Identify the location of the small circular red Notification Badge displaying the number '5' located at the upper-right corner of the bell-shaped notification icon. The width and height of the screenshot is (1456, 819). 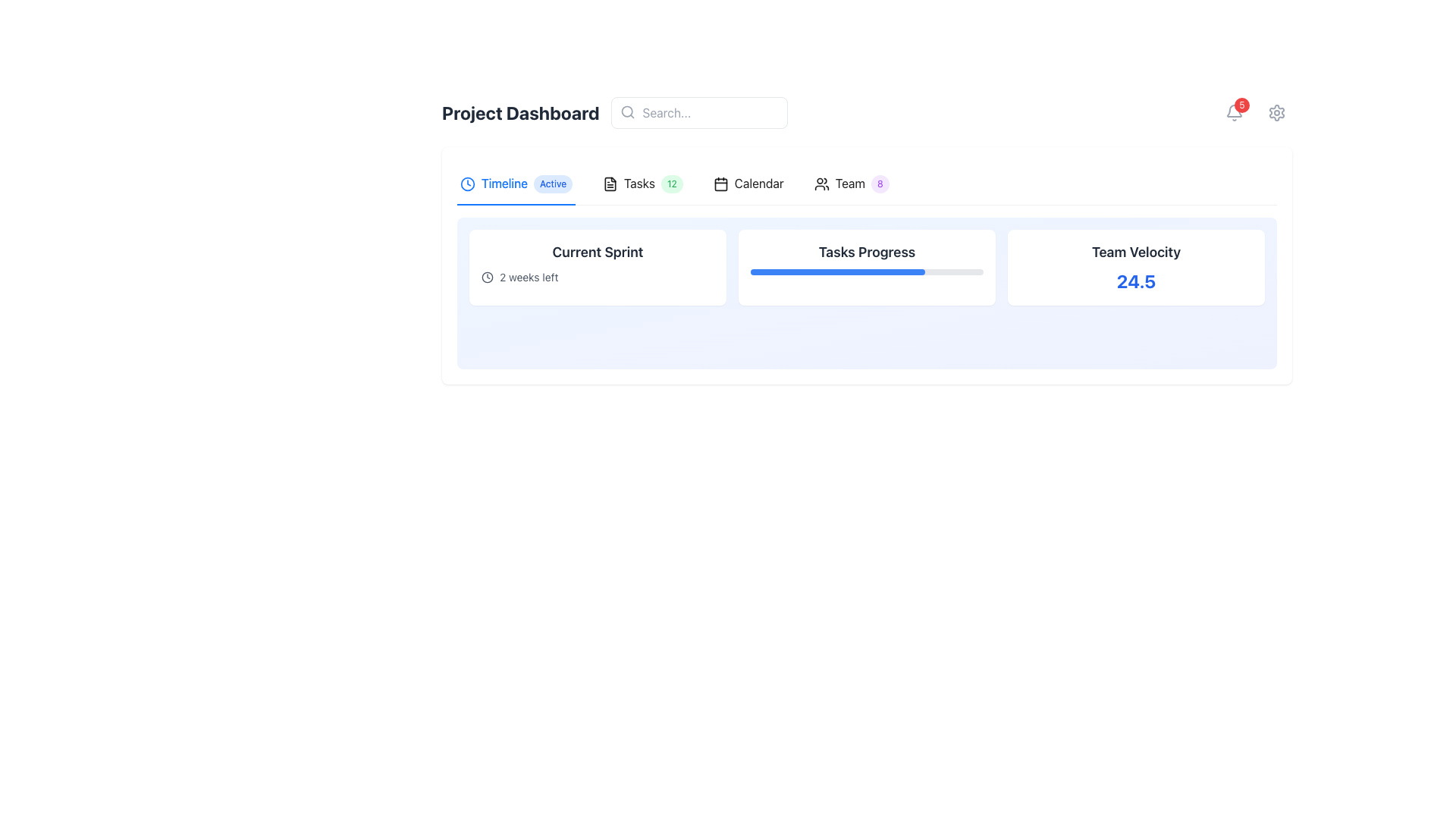
(1241, 104).